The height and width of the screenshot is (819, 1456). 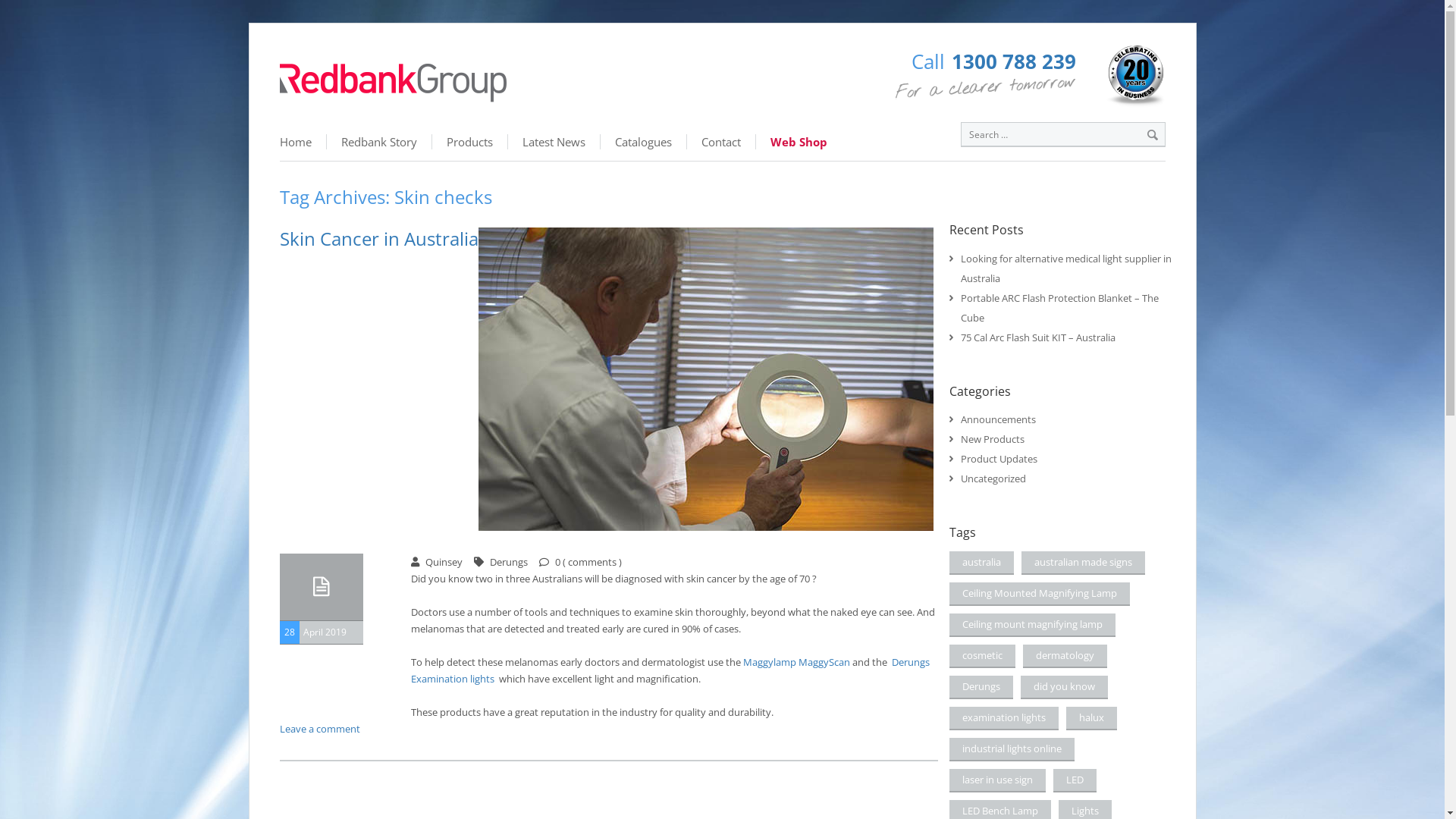 I want to click on 'Ceiling mount magnifying lamp', so click(x=1031, y=625).